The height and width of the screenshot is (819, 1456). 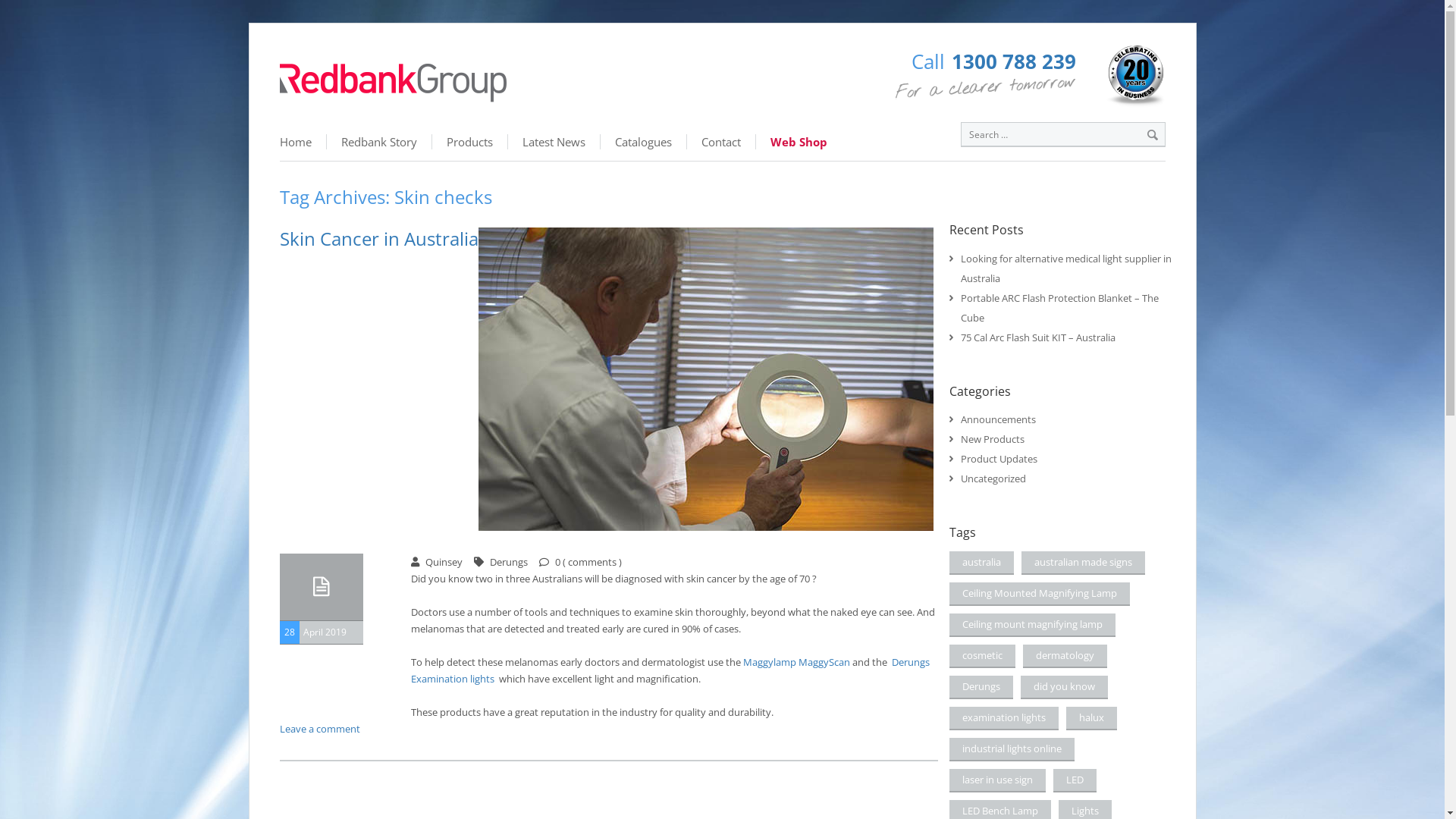 I want to click on 'Ceiling mount magnifying lamp', so click(x=1031, y=625).